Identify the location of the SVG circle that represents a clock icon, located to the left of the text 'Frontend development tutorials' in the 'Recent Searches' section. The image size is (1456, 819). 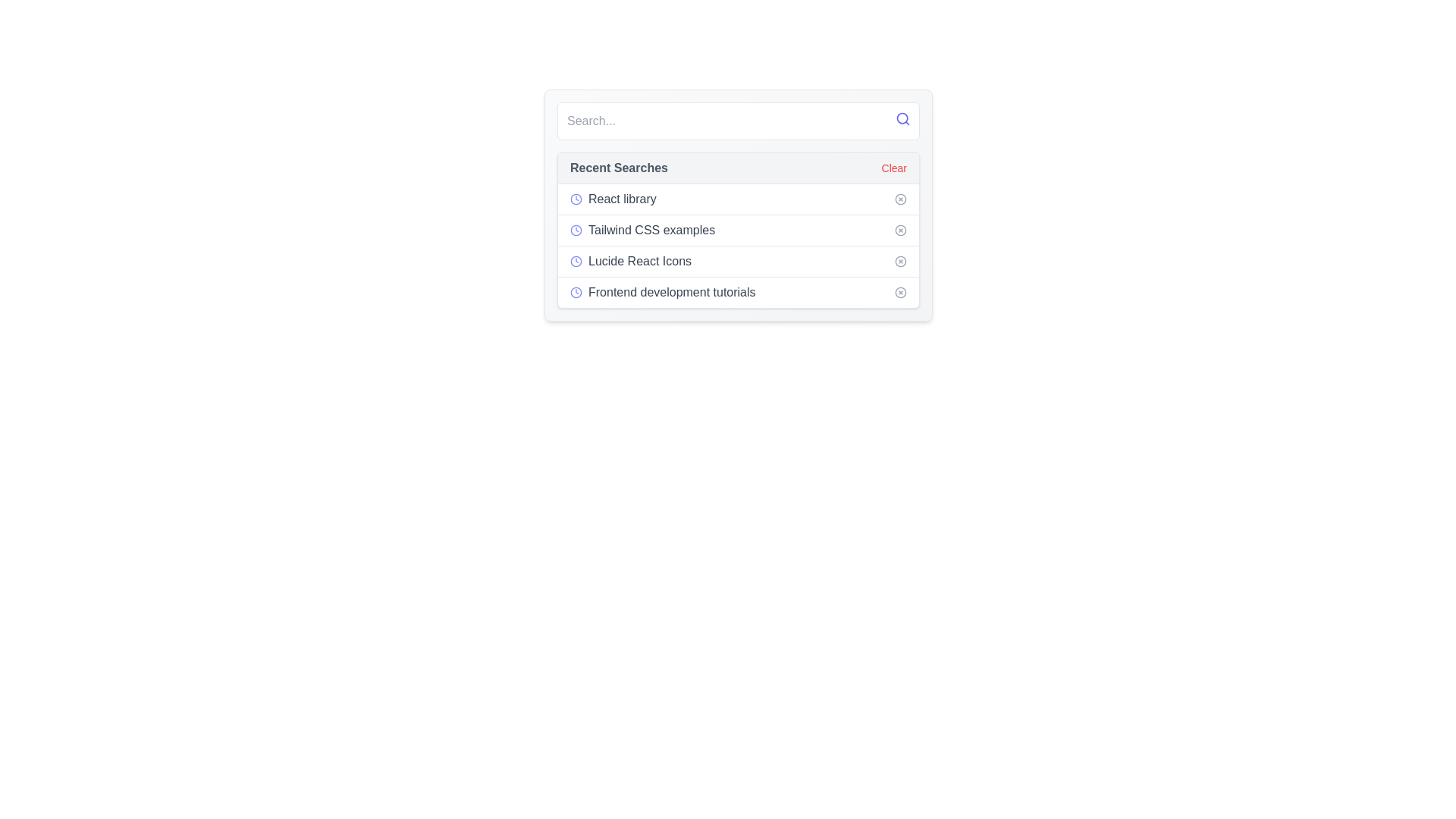
(575, 292).